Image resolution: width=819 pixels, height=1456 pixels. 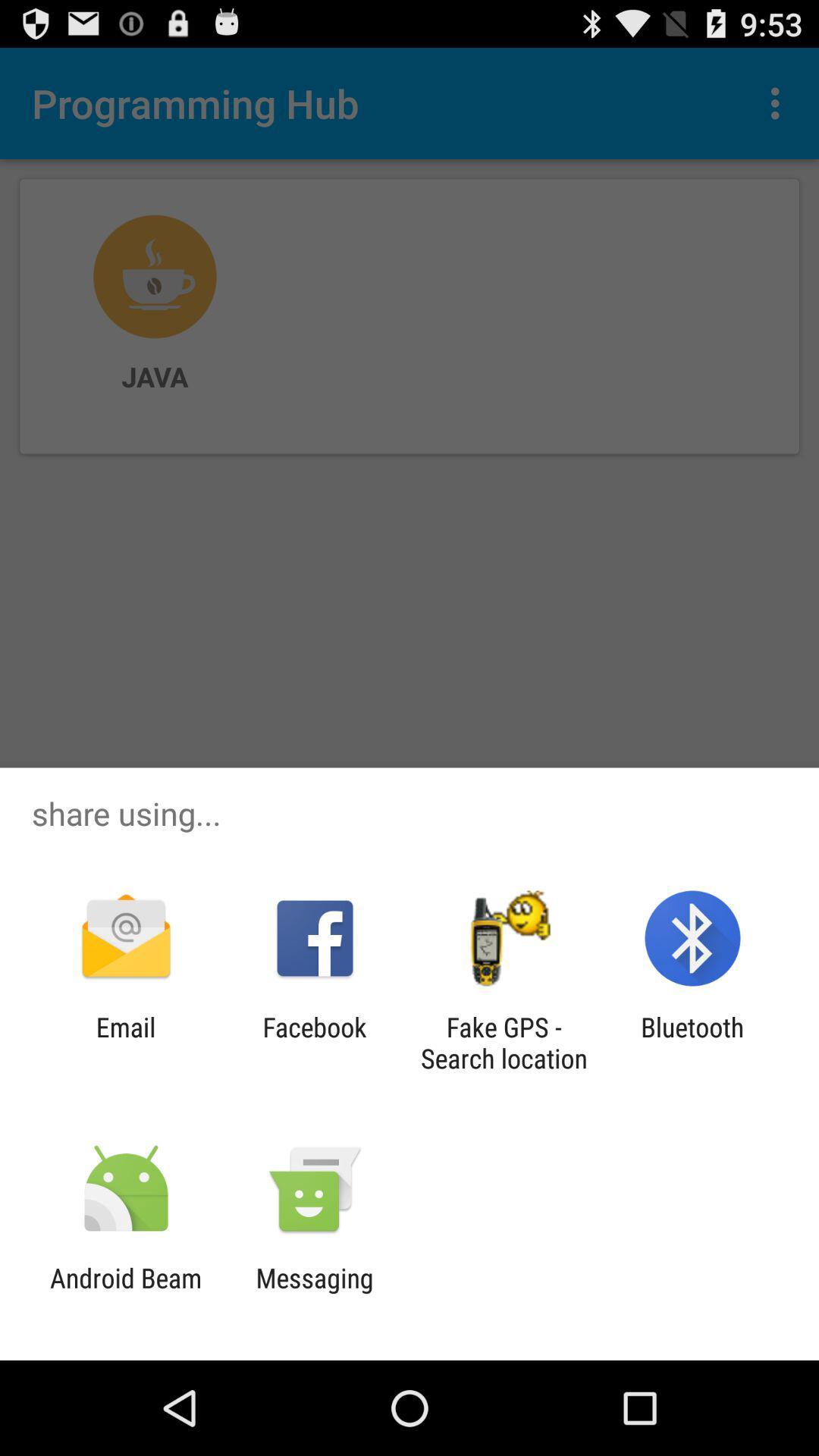 I want to click on the fake gps search app, so click(x=504, y=1042).